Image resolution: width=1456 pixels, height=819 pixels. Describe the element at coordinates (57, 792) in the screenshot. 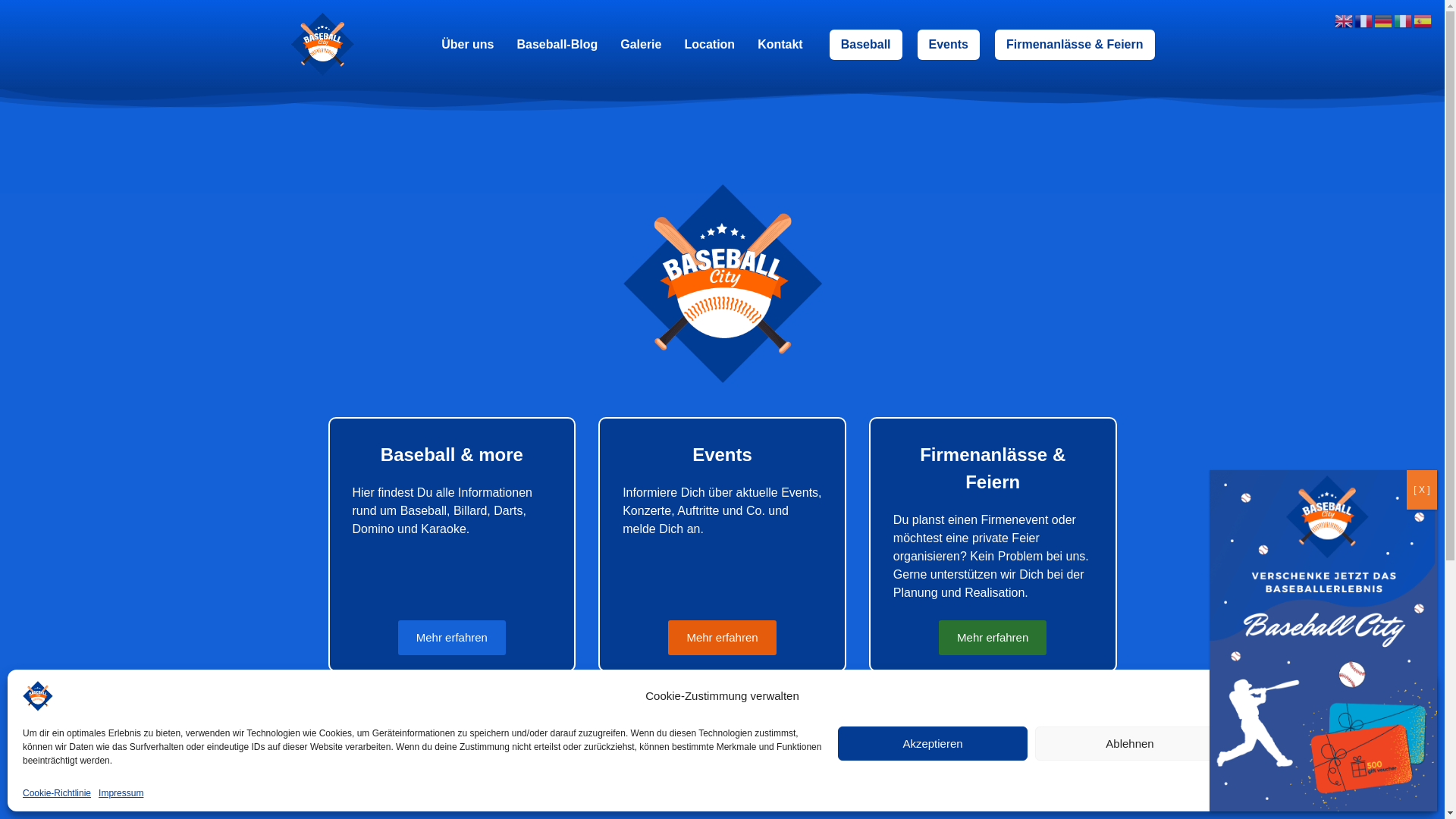

I see `'Cookie-Richtlinie'` at that location.